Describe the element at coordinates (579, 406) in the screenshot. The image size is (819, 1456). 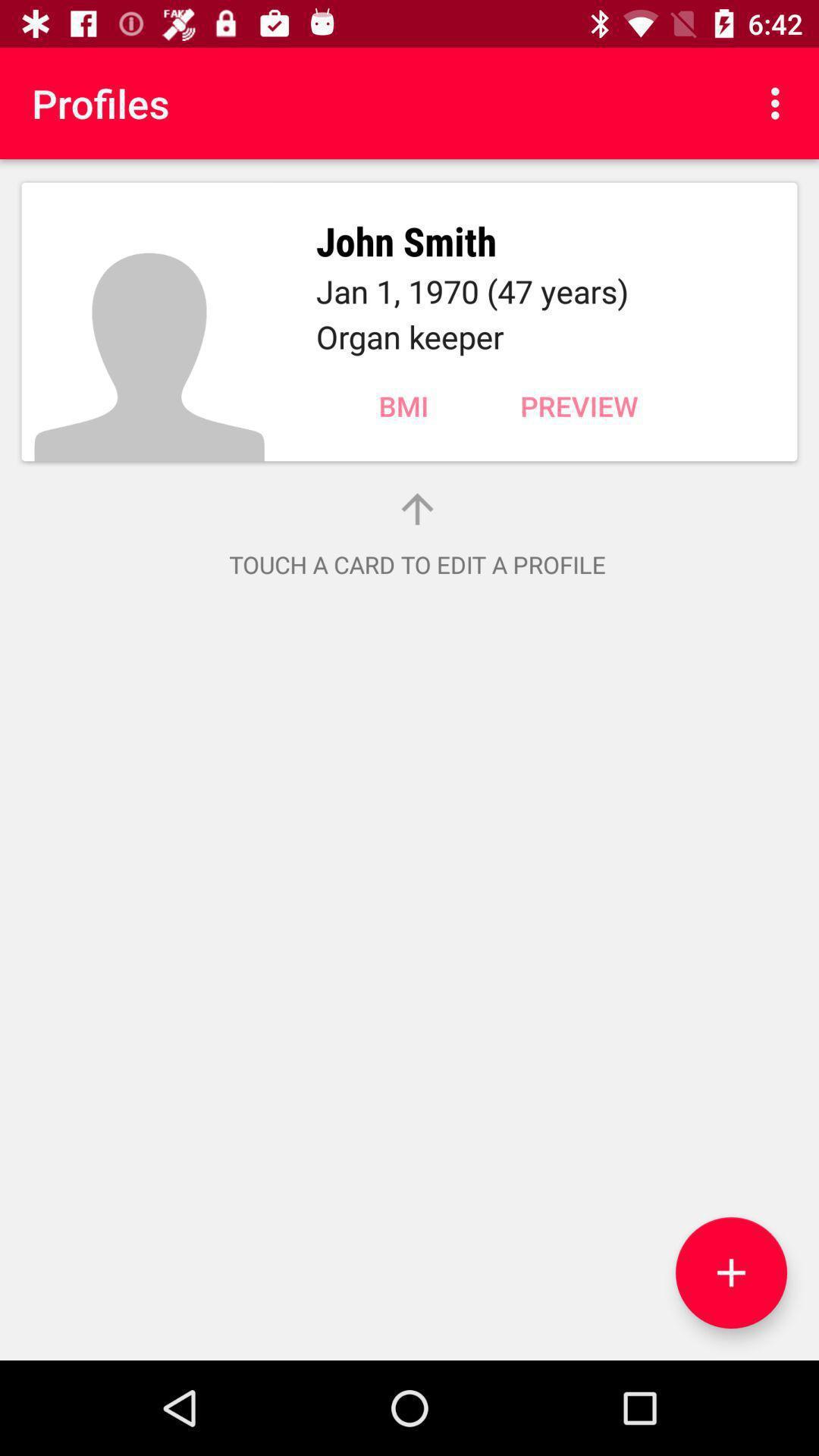
I see `item to the right of bmi` at that location.